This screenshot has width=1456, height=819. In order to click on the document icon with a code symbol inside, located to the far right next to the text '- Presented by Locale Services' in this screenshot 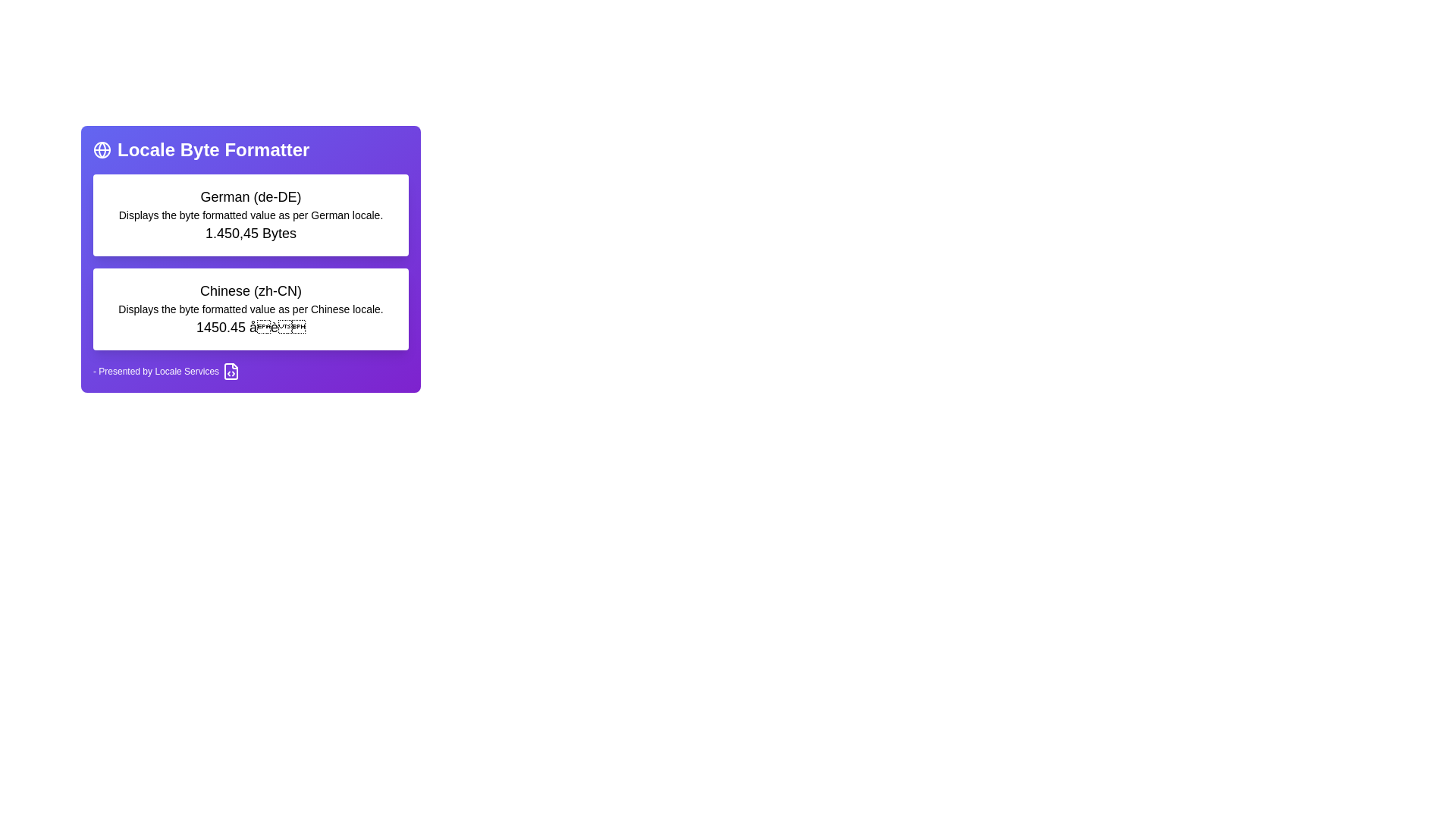, I will do `click(231, 371)`.